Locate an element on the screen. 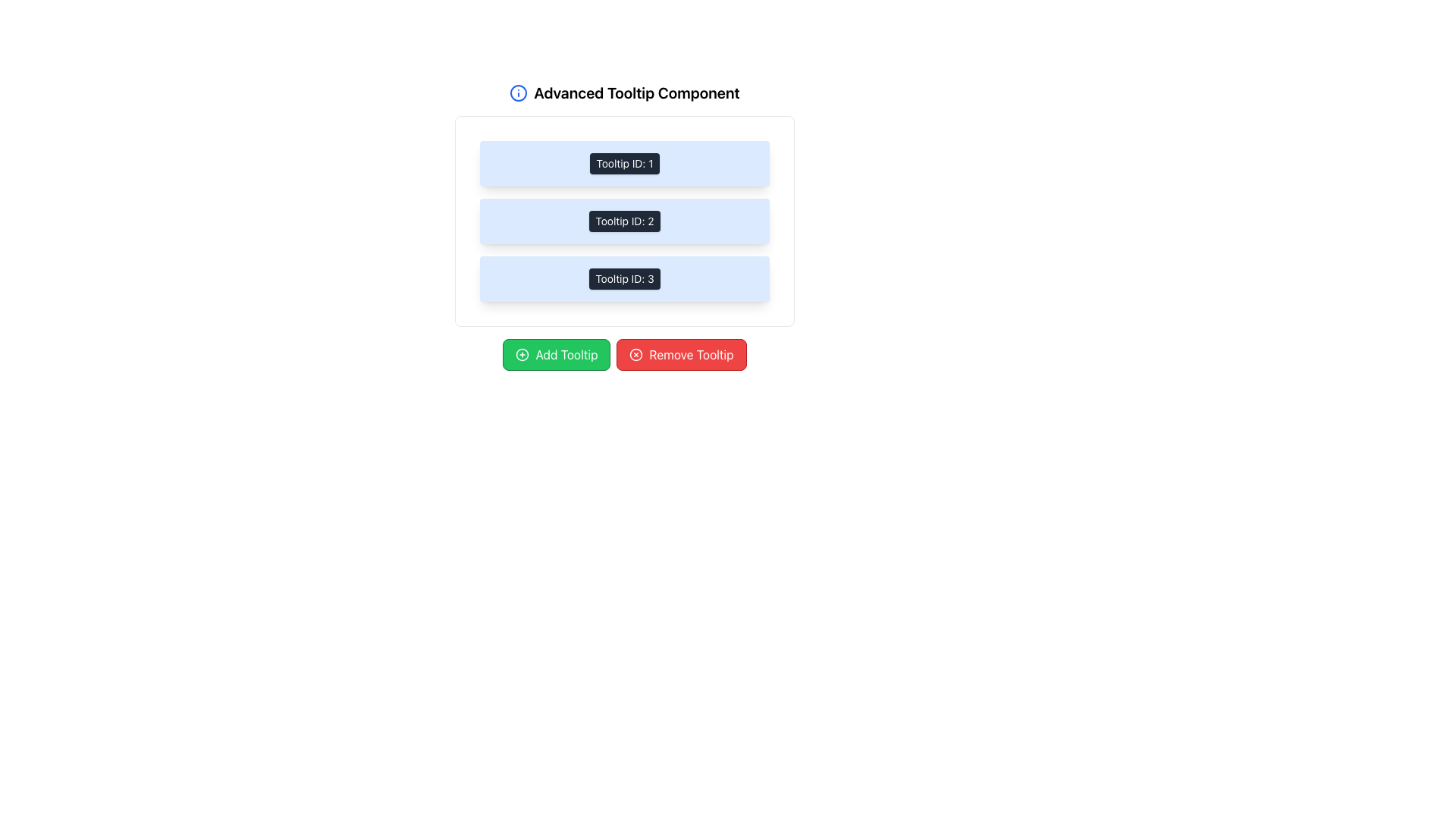 The image size is (1456, 819). the Circle element within the 'Add Tooltip' icon, which is part of the plus sign icon located to the left of the green 'Add Tooltip' button is located at coordinates (522, 354).